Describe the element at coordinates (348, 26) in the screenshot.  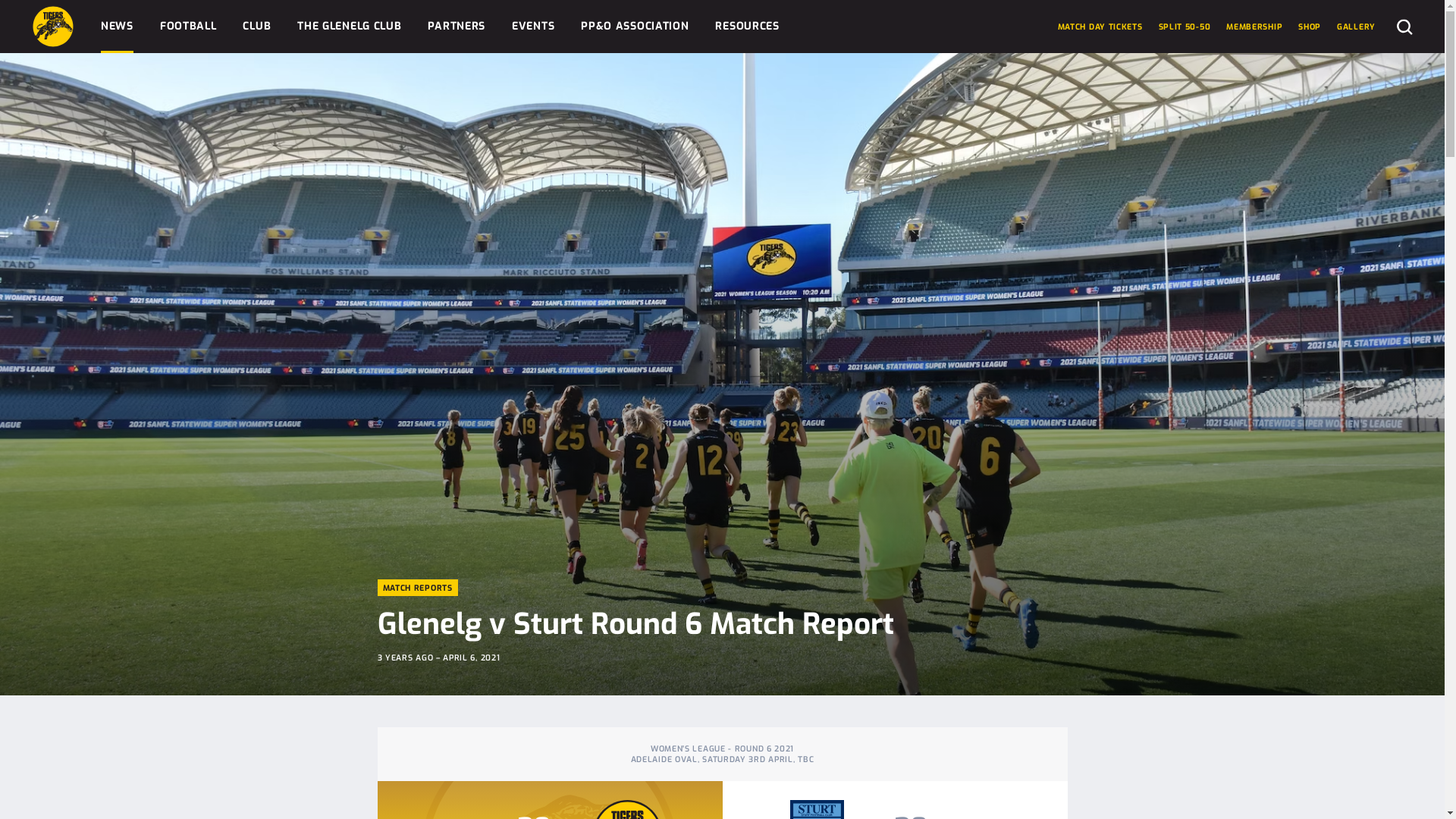
I see `'THE GLENELG CLUB'` at that location.